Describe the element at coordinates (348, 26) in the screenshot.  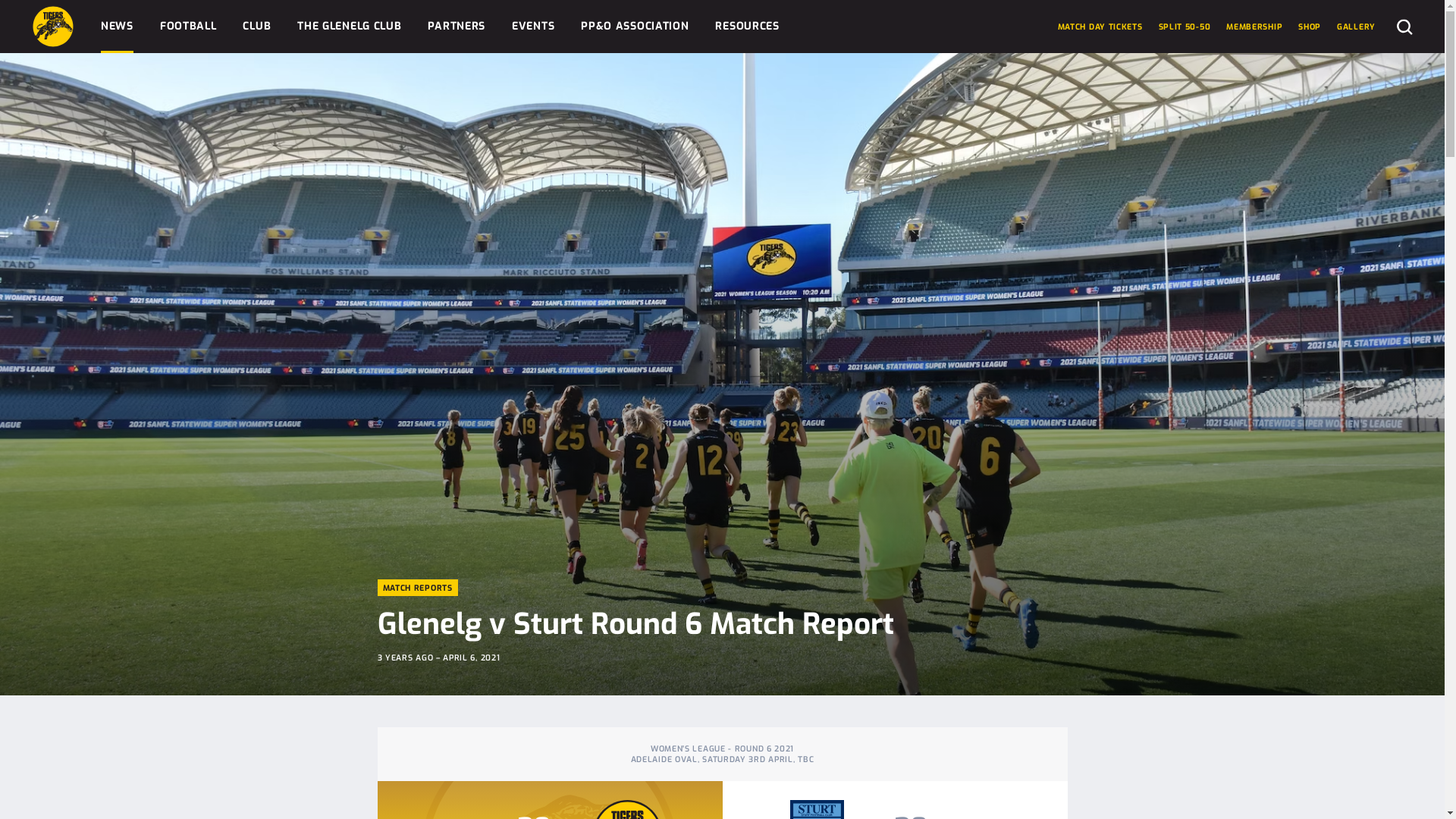
I see `'THE GLENELG CLUB'` at that location.